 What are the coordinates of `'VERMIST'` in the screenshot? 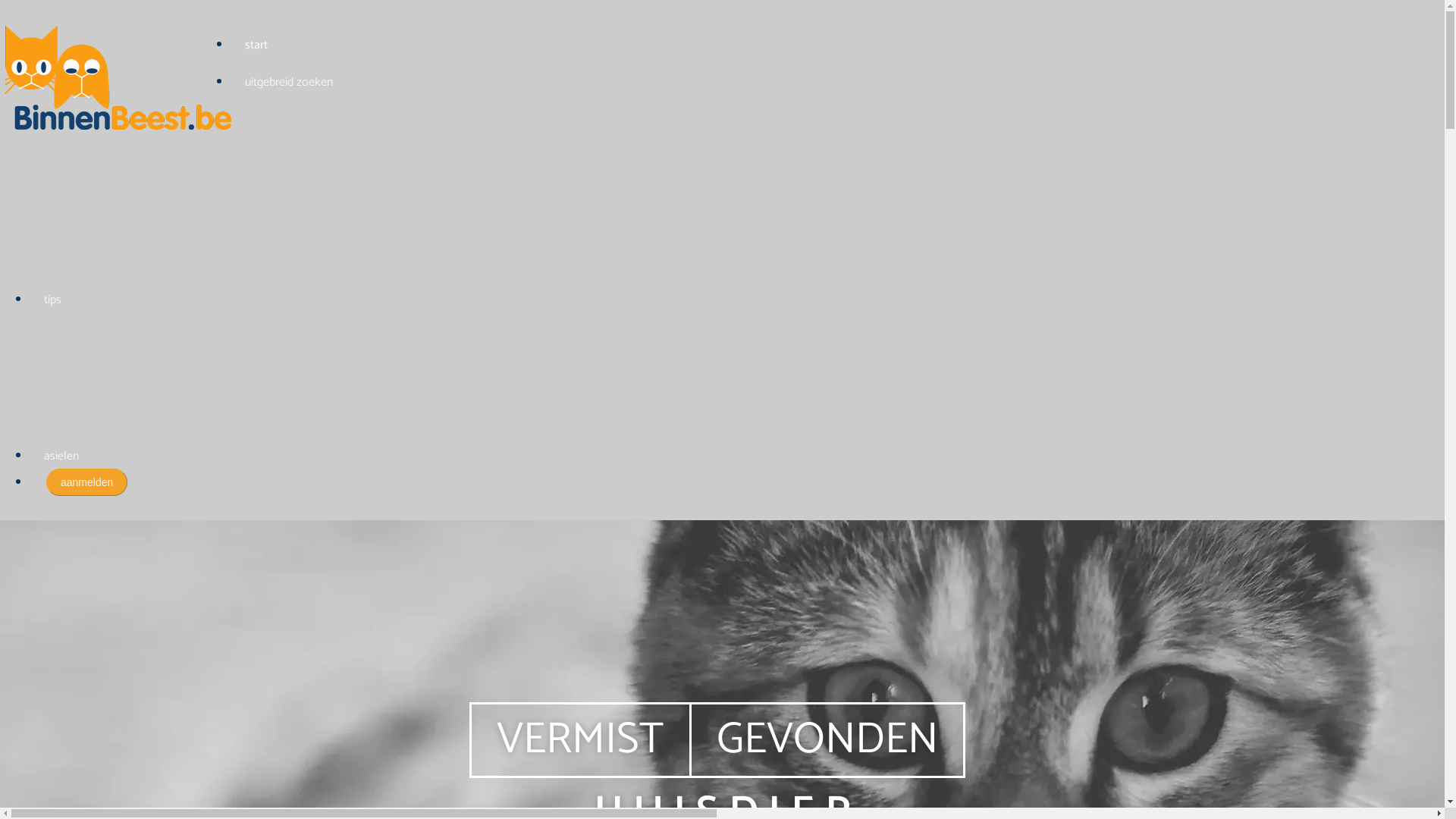 It's located at (579, 739).